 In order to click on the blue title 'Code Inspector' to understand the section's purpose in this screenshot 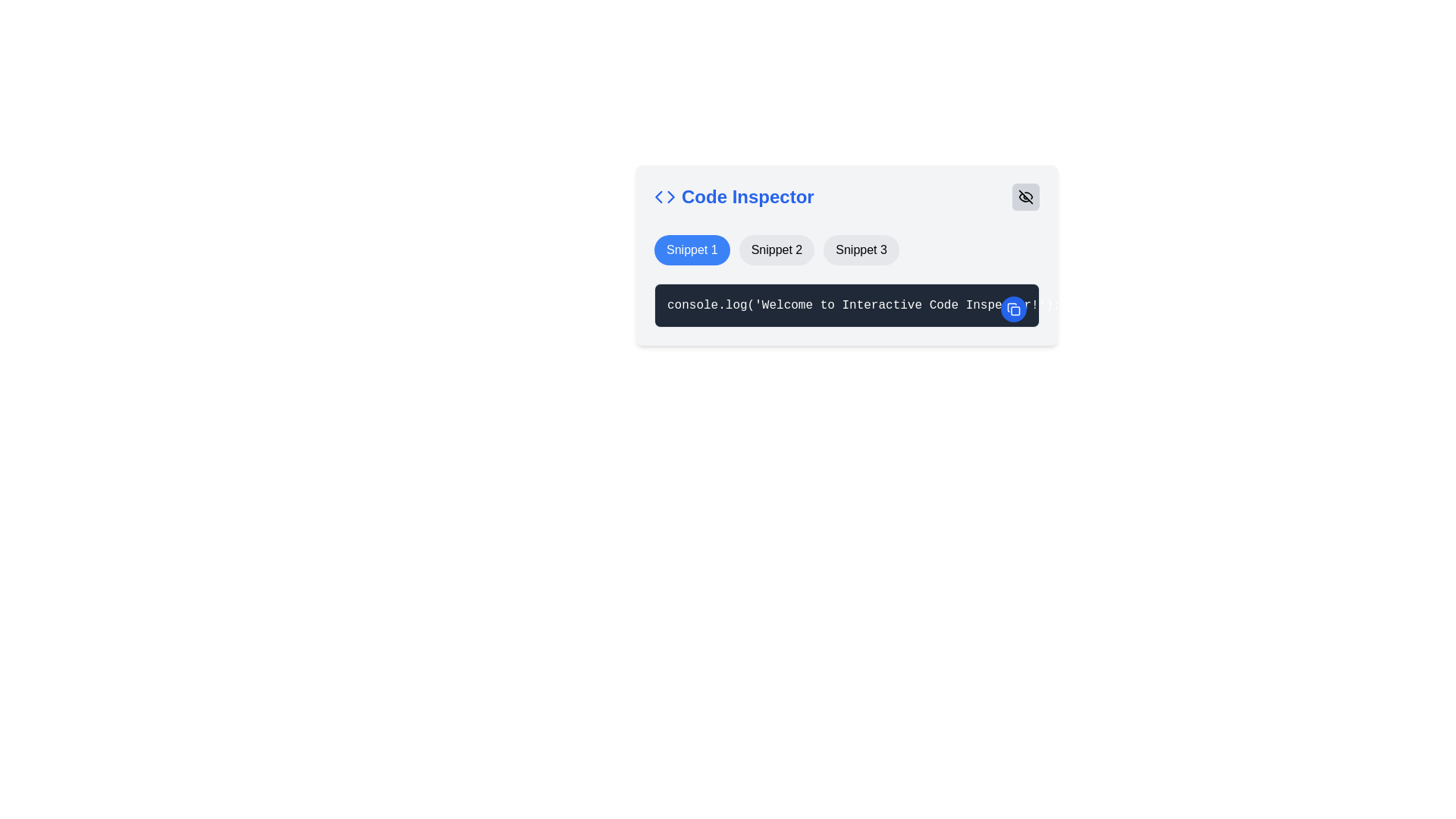, I will do `click(846, 196)`.